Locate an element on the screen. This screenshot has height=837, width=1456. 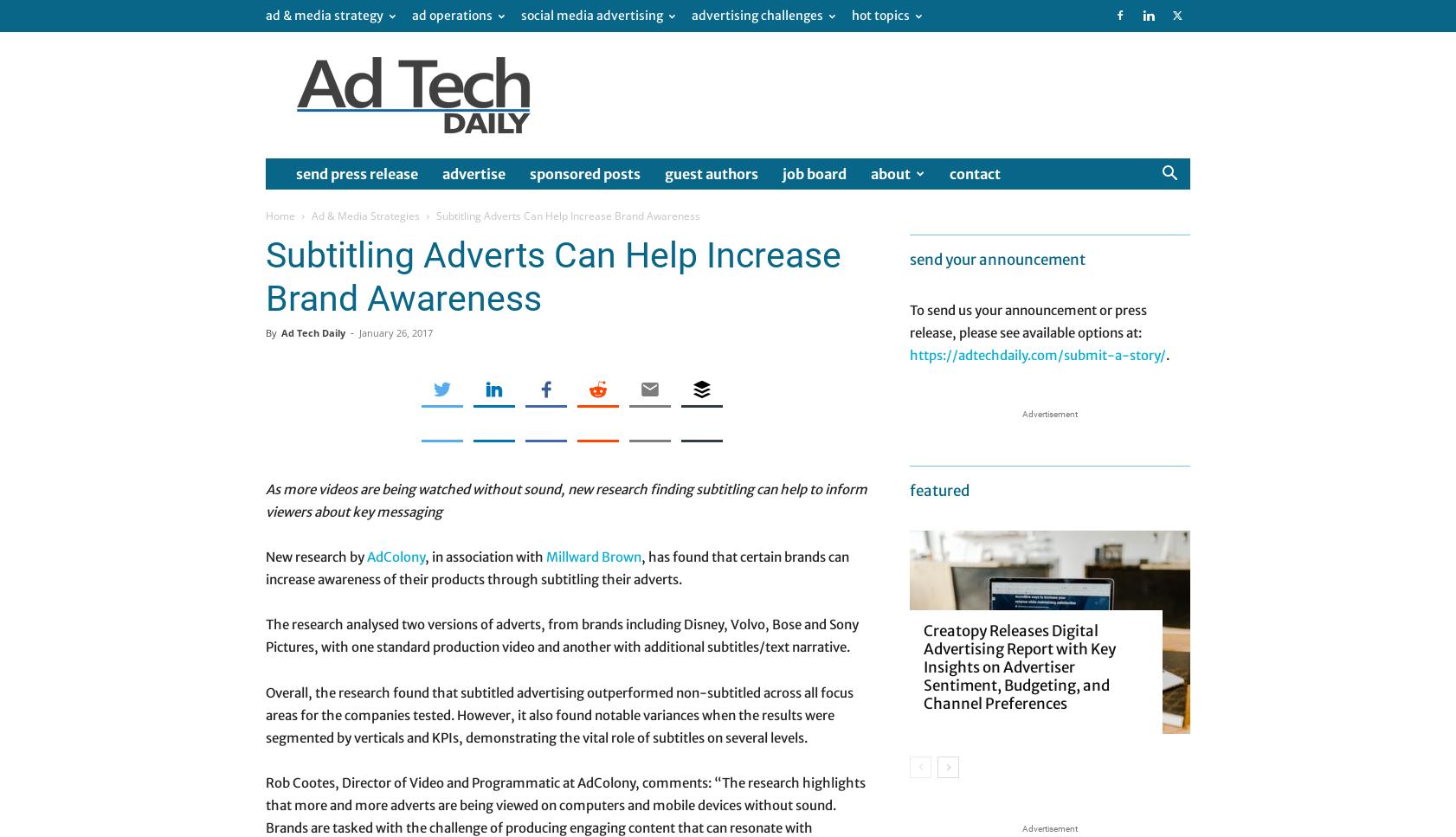
'By' is located at coordinates (270, 332).